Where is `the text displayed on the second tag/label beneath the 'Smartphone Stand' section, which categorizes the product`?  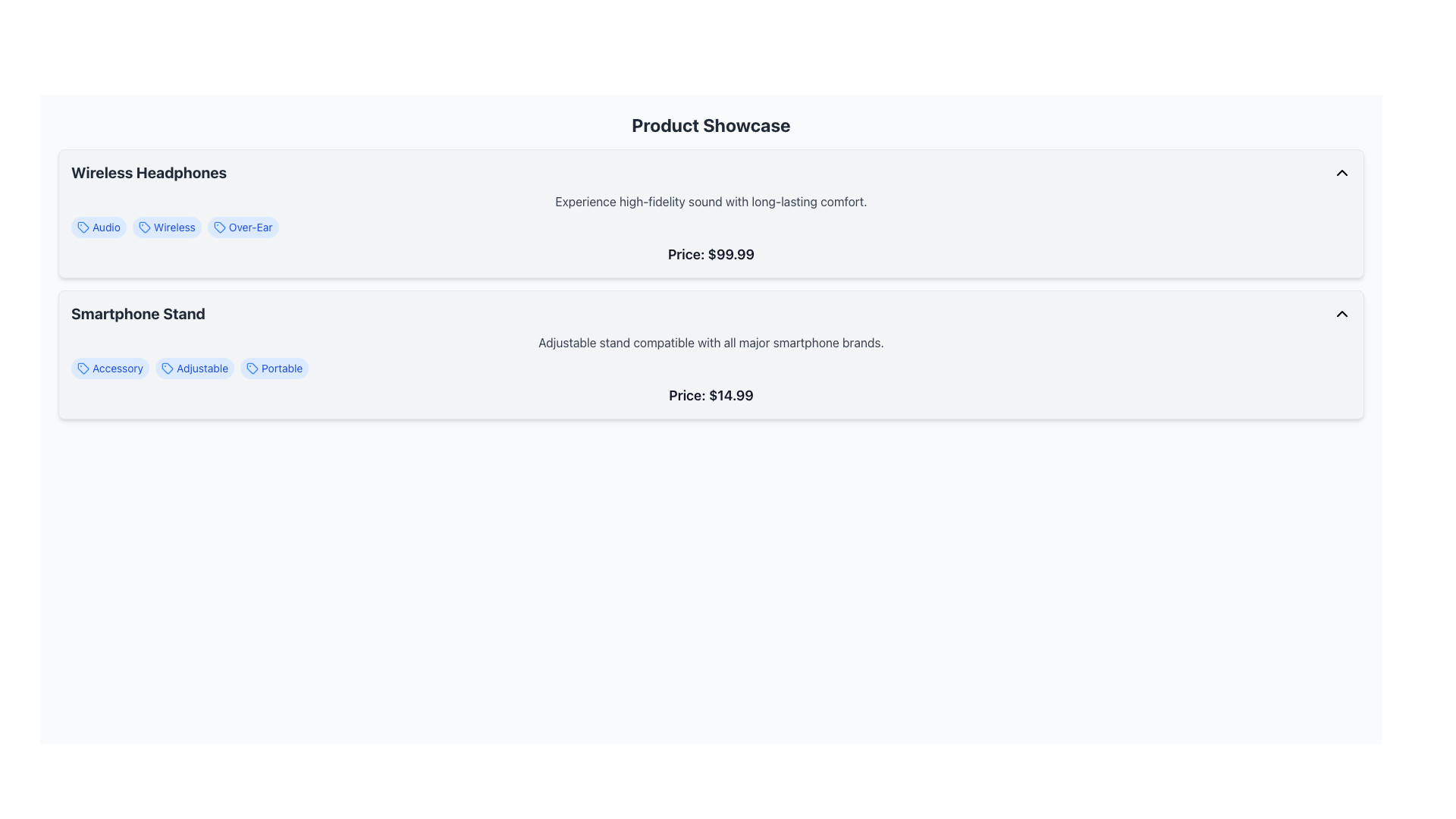
the text displayed on the second tag/label beneath the 'Smartphone Stand' section, which categorizes the product is located at coordinates (194, 369).